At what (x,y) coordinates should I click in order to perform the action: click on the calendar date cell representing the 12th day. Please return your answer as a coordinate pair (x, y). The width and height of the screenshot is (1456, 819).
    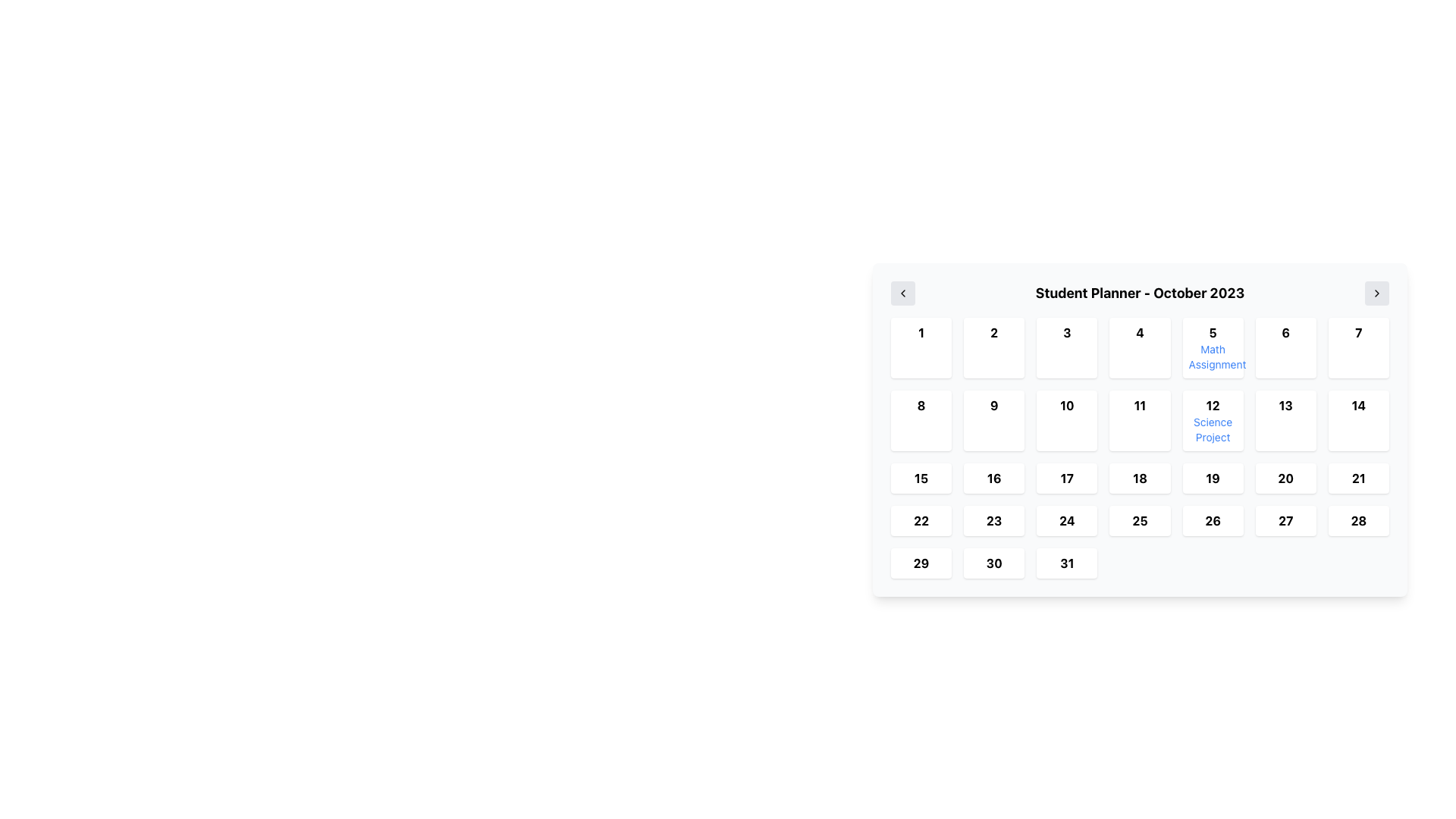
    Looking at the image, I should click on (1212, 421).